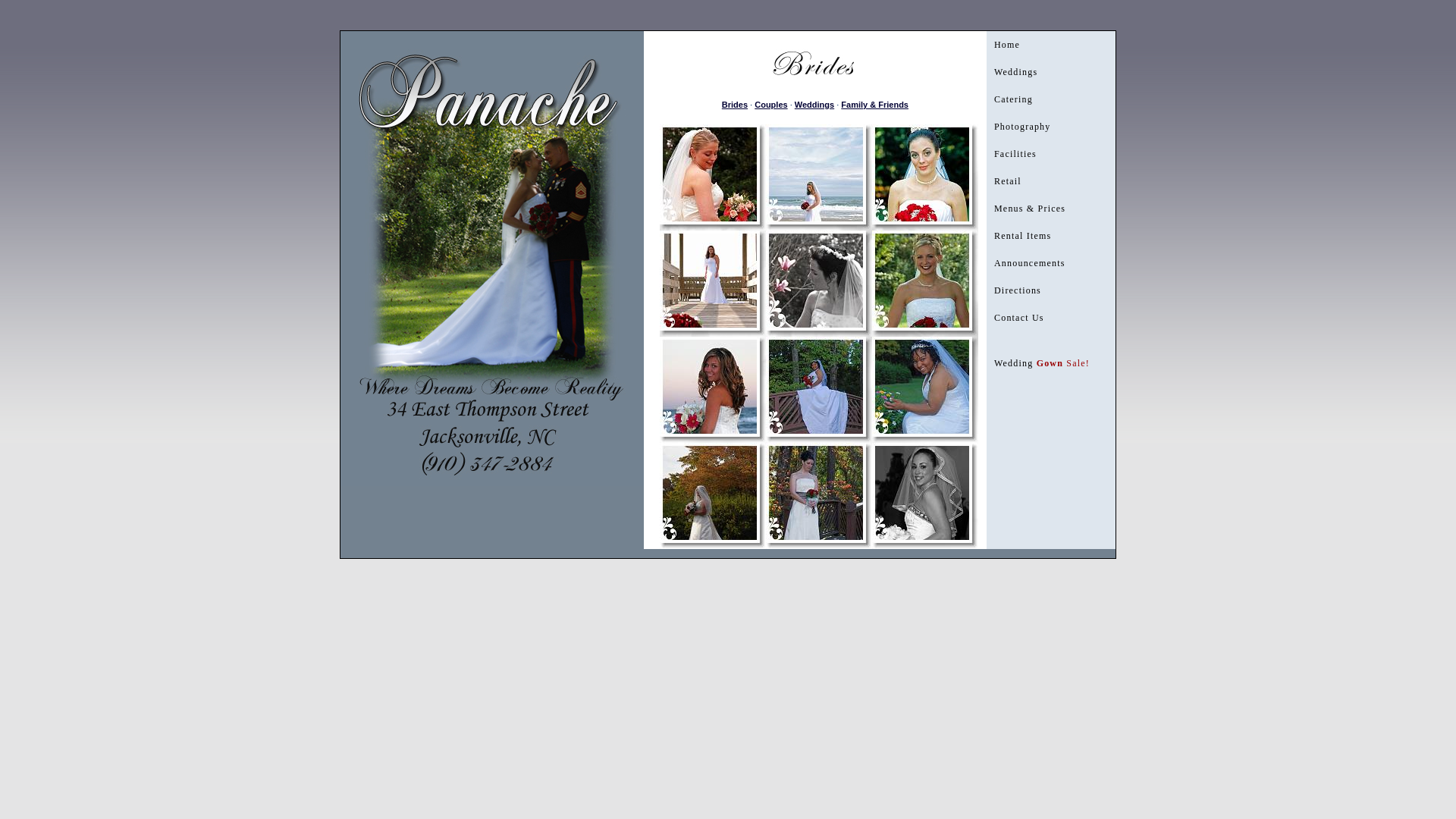 This screenshot has height=819, width=1456. I want to click on 'Wedding Gown Sale!', so click(1050, 362).